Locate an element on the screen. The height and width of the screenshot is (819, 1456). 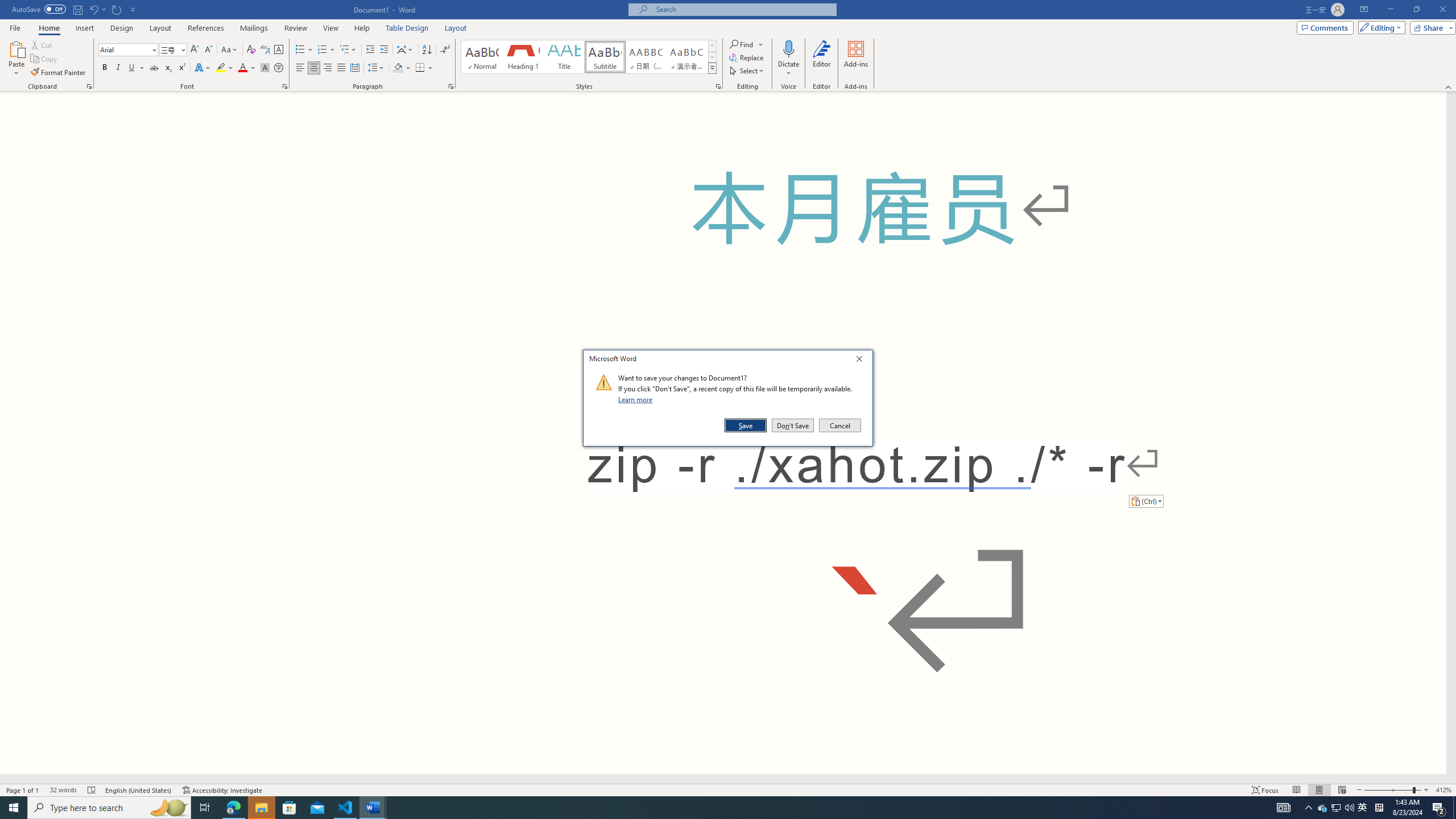
'Styles' is located at coordinates (712, 67).